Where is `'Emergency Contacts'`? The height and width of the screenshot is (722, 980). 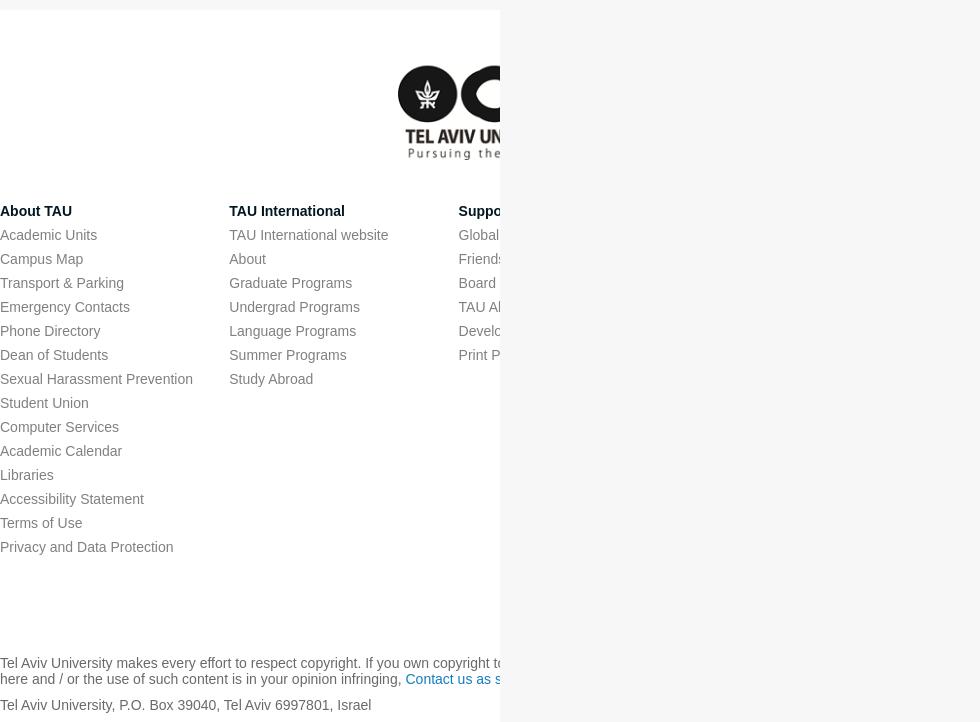 'Emergency Contacts' is located at coordinates (64, 305).